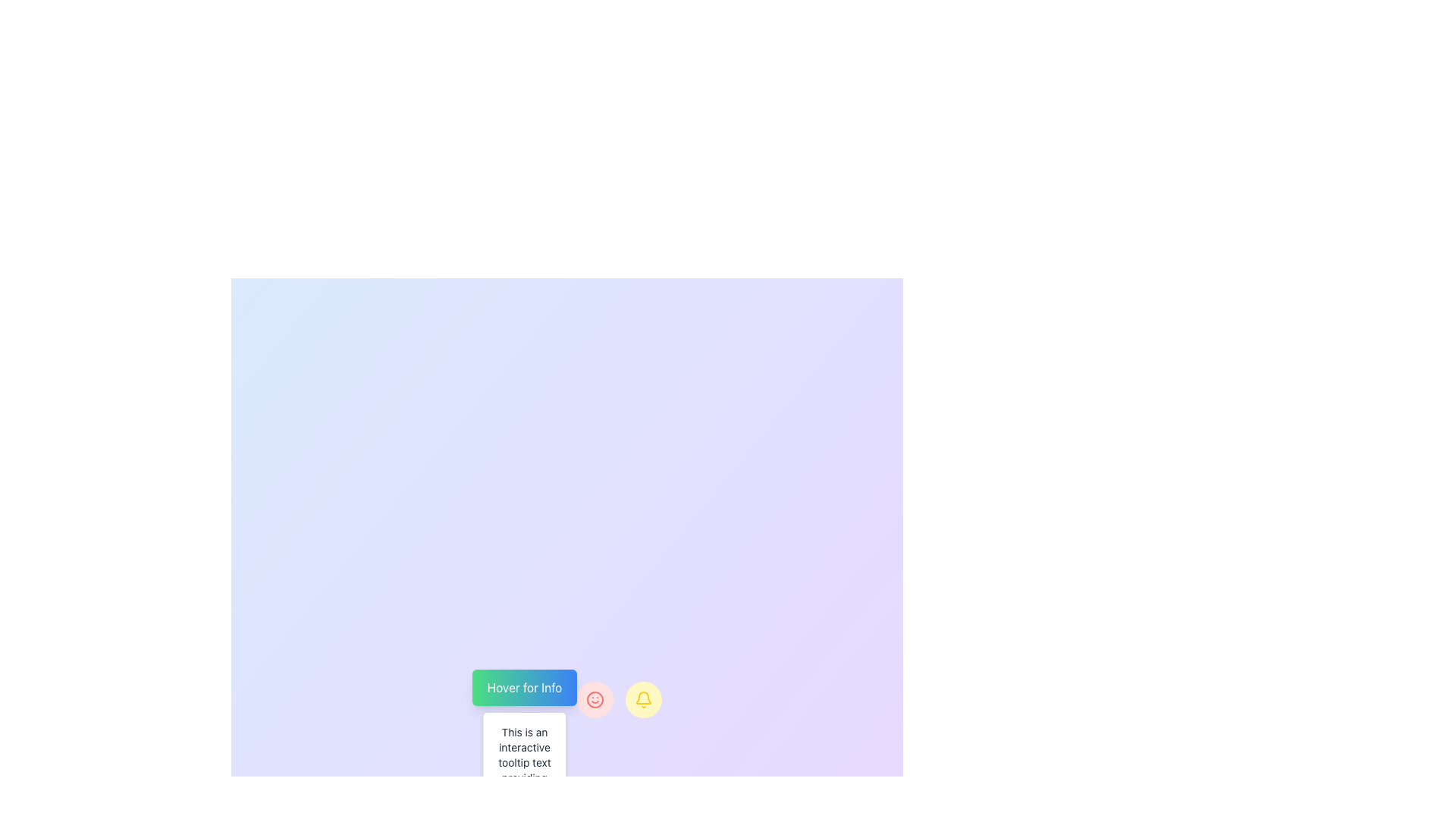 The width and height of the screenshot is (1456, 819). Describe the element at coordinates (595, 699) in the screenshot. I see `the red circular icon button with a smiley face design` at that location.